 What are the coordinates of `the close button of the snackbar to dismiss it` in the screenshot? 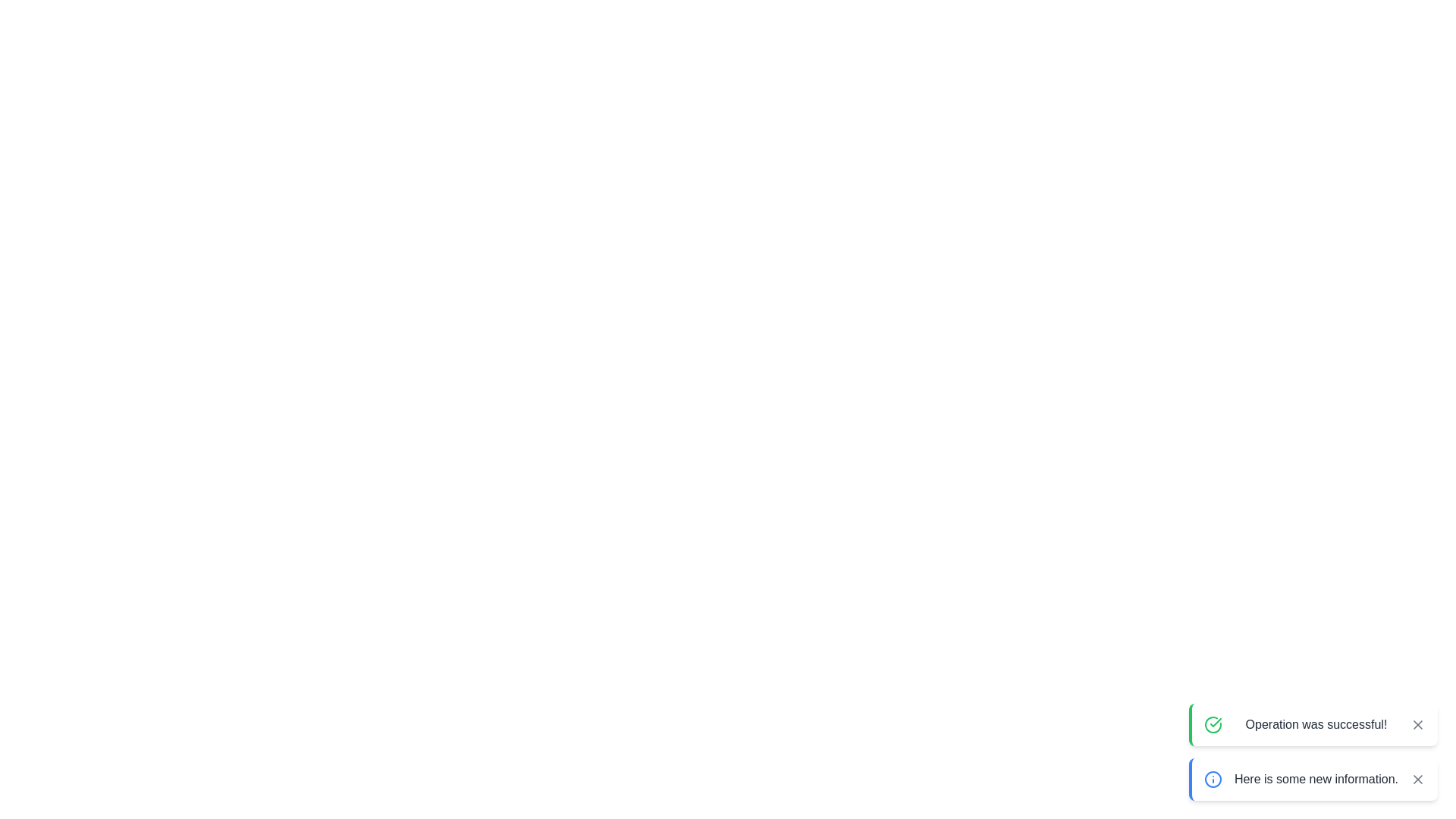 It's located at (1417, 724).